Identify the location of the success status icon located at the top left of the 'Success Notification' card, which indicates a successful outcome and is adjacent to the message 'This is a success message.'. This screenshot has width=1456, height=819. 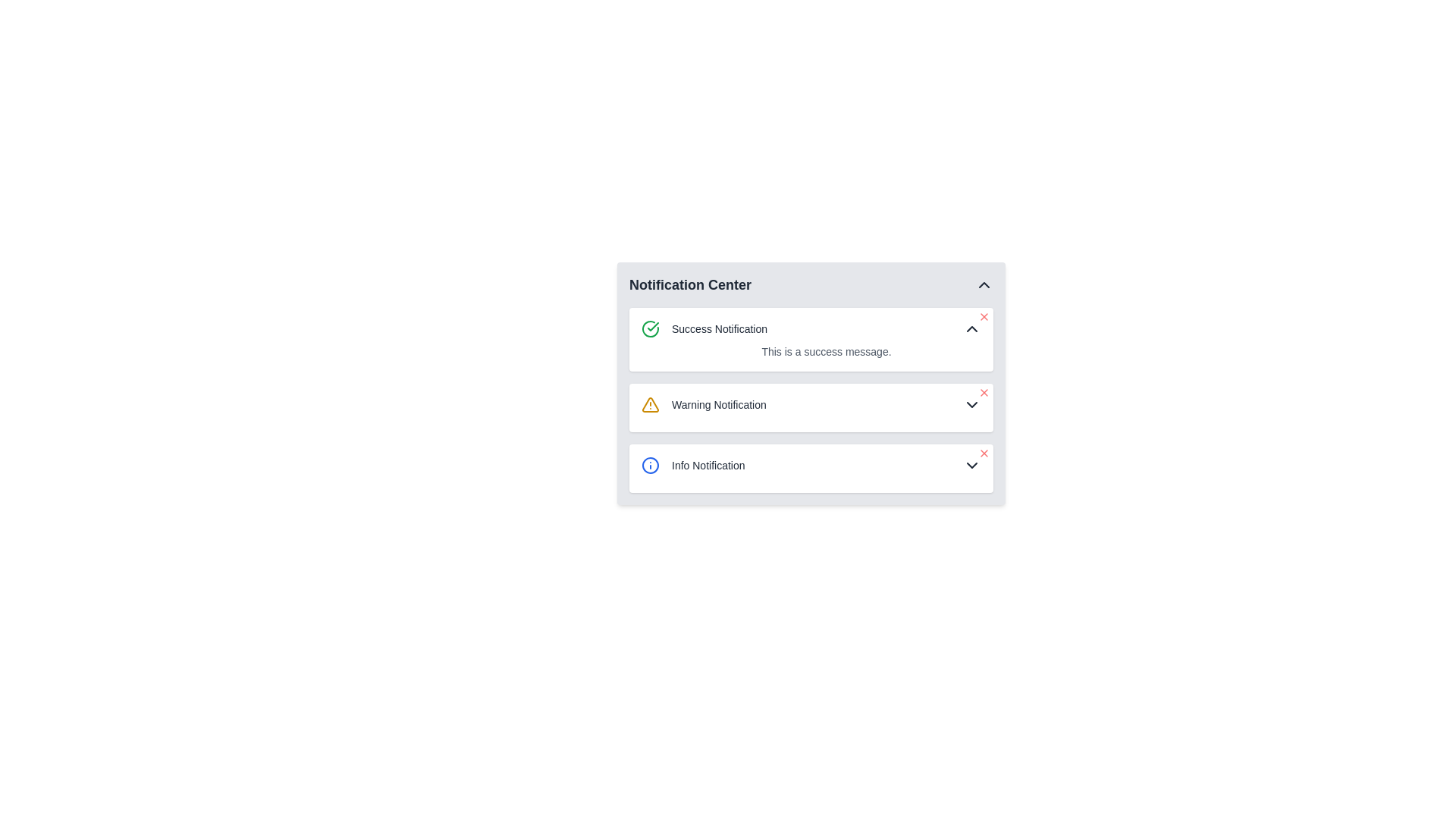
(651, 328).